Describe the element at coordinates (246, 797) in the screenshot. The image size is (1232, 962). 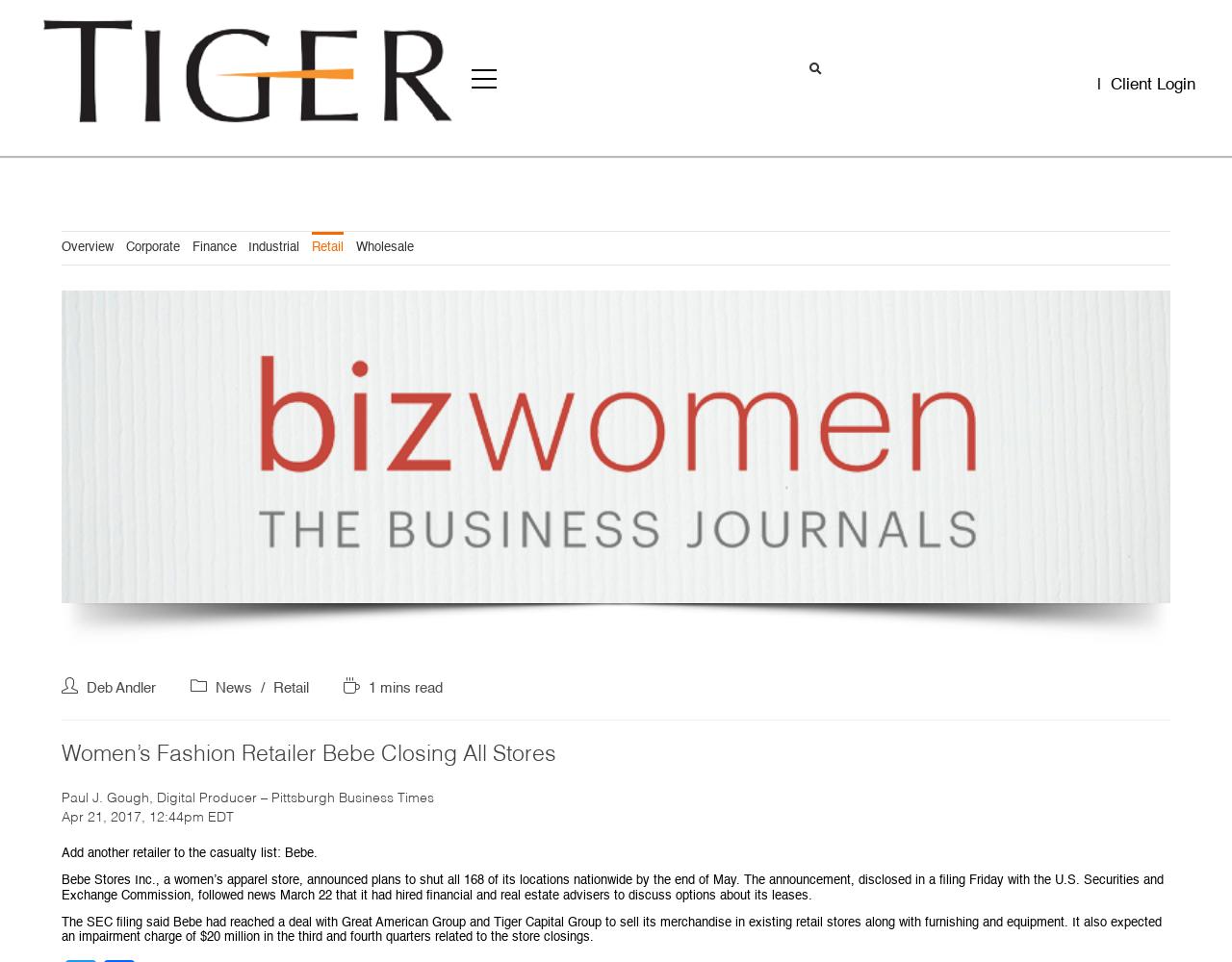
I see `'Paul J. Gough, Digital Producer – Pittsburgh Business Times'` at that location.